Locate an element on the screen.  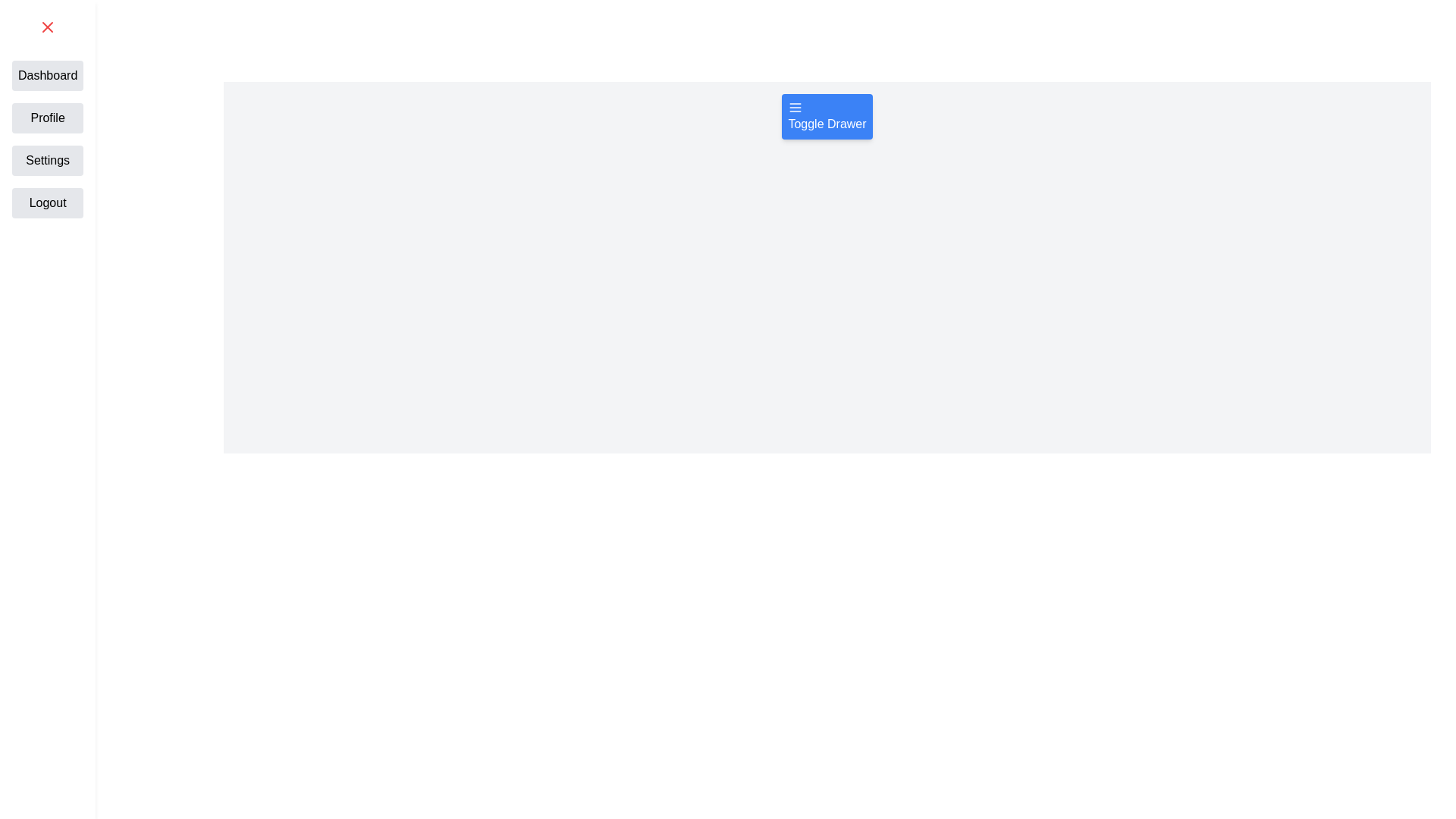
the navigation item Profile from the drawer menu is located at coordinates (47, 117).